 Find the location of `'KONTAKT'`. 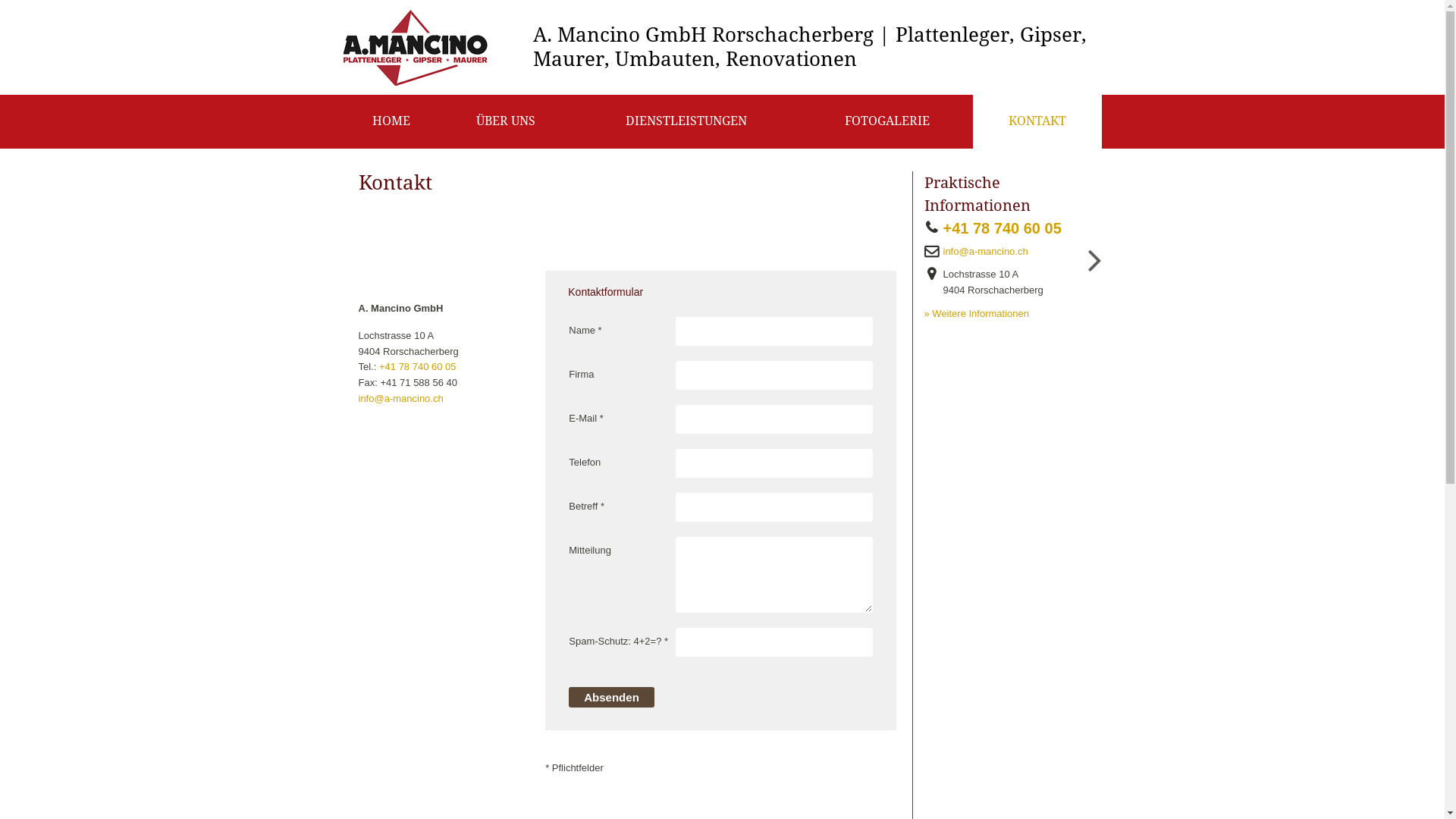

'KONTAKT' is located at coordinates (1036, 121).